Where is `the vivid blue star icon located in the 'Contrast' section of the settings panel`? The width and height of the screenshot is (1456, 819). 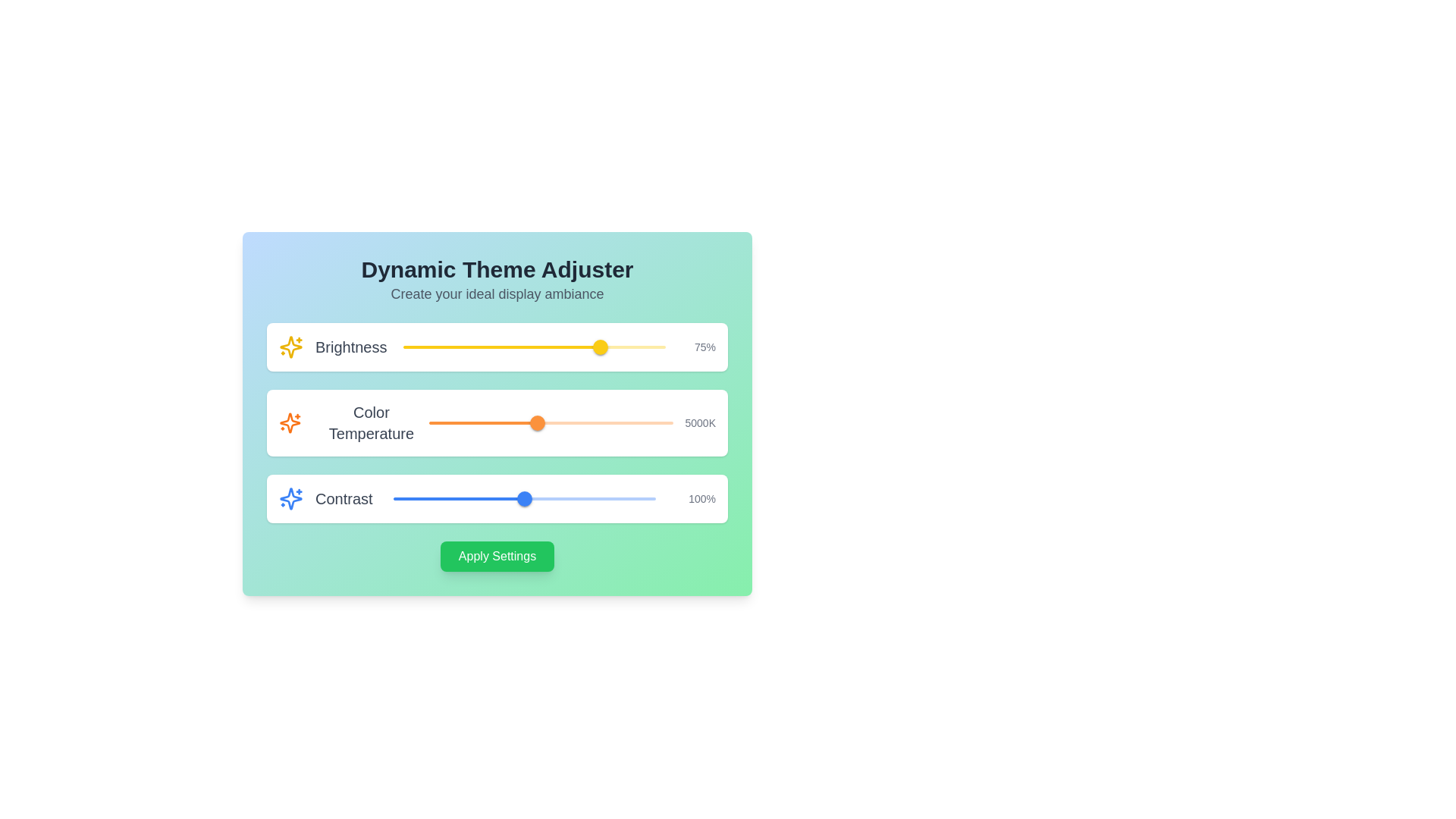
the vivid blue star icon located in the 'Contrast' section of the settings panel is located at coordinates (291, 499).